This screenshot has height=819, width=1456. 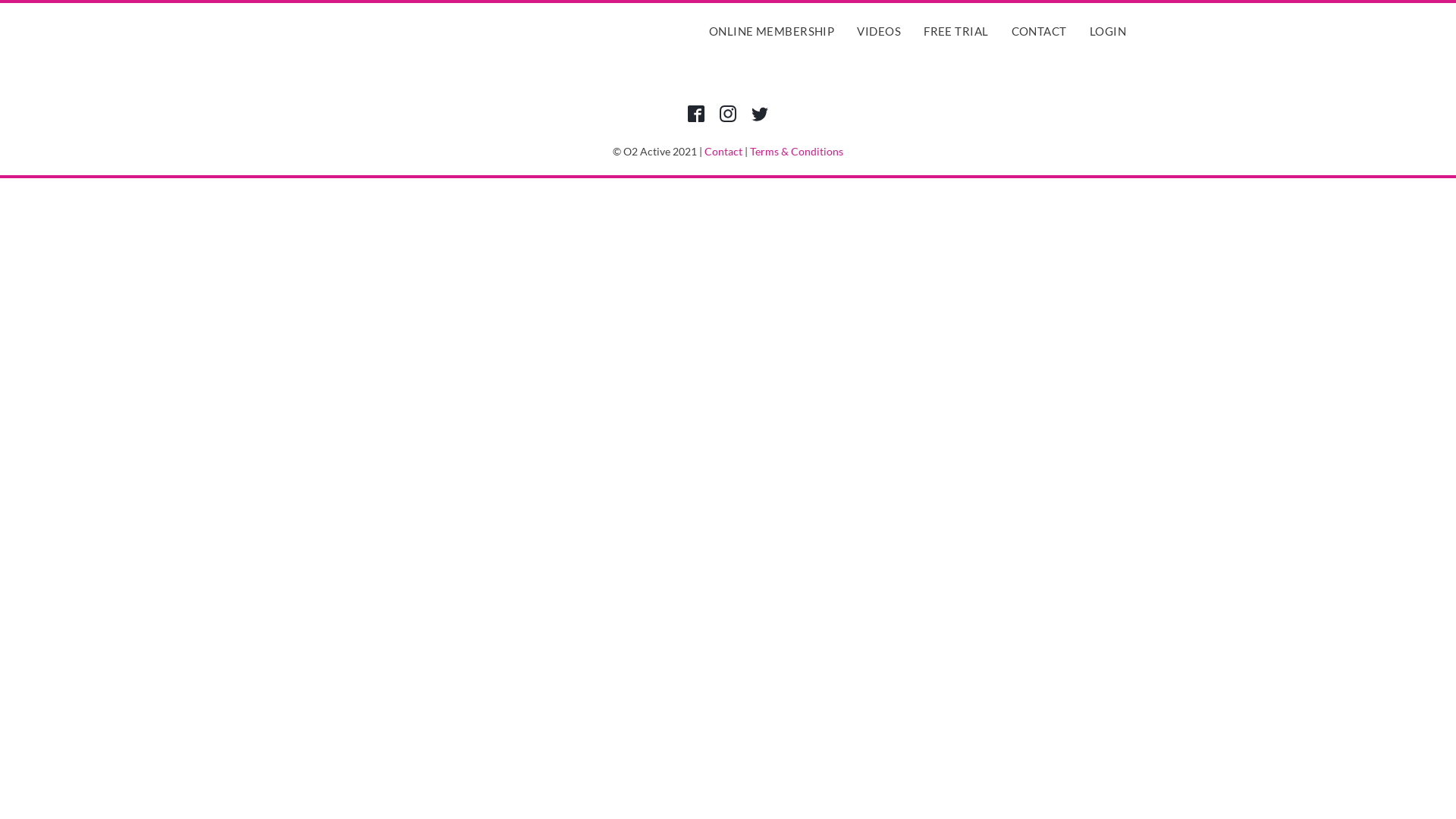 What do you see at coordinates (1084, 31) in the screenshot?
I see `'LOGIN'` at bounding box center [1084, 31].